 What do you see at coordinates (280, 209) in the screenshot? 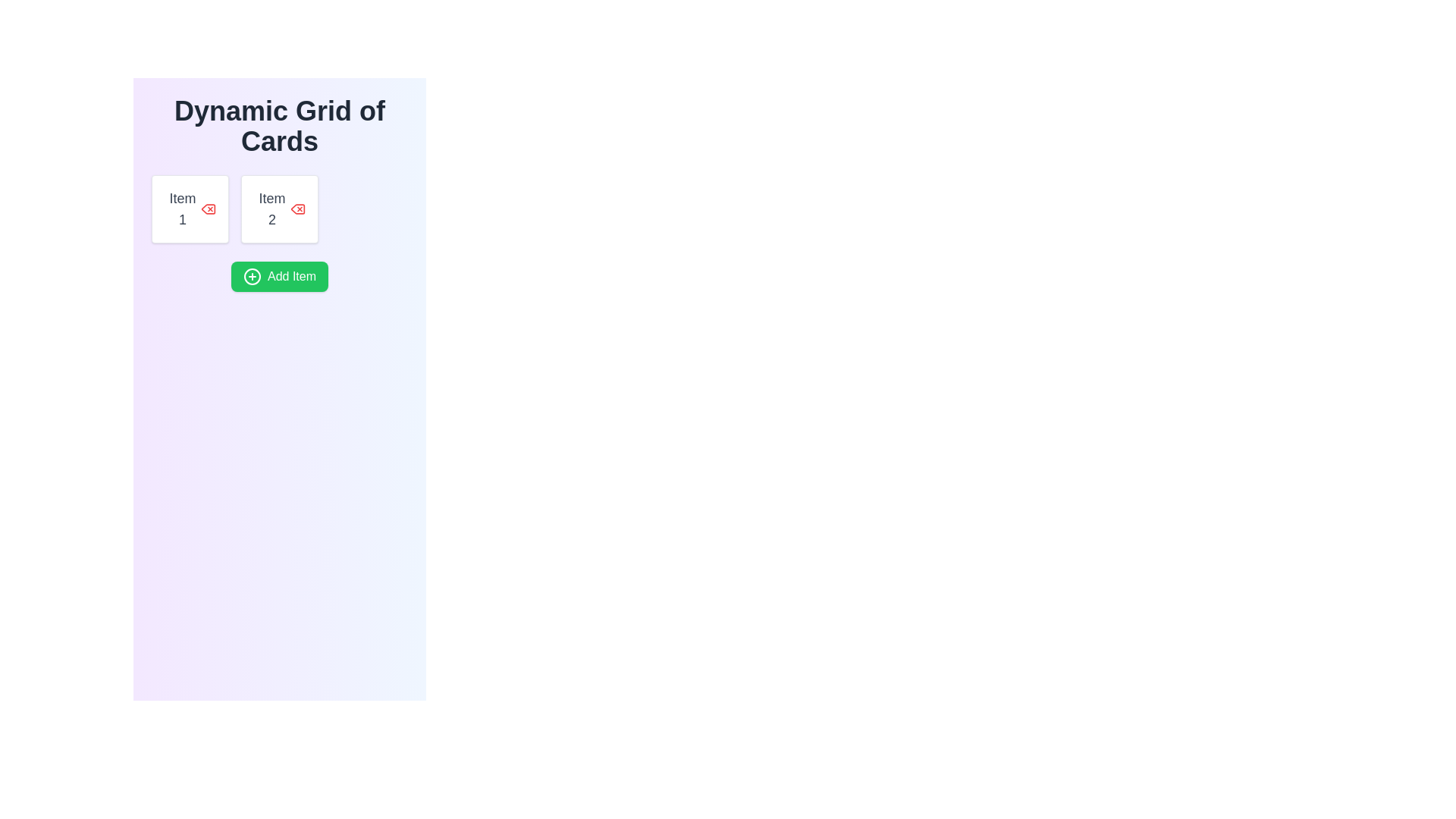
I see `the Card component displaying 'Item 2', which is the second card in the grid layout` at bounding box center [280, 209].